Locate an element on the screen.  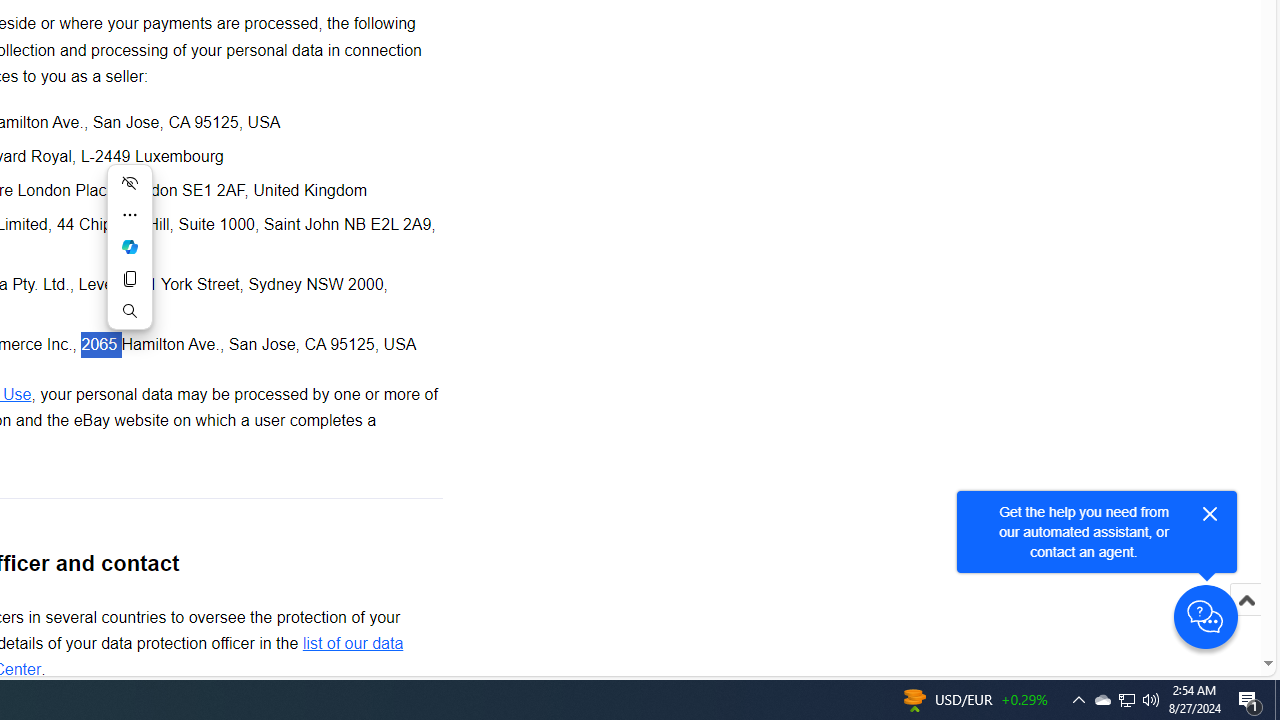
'Ask Copilot' is located at coordinates (128, 245).